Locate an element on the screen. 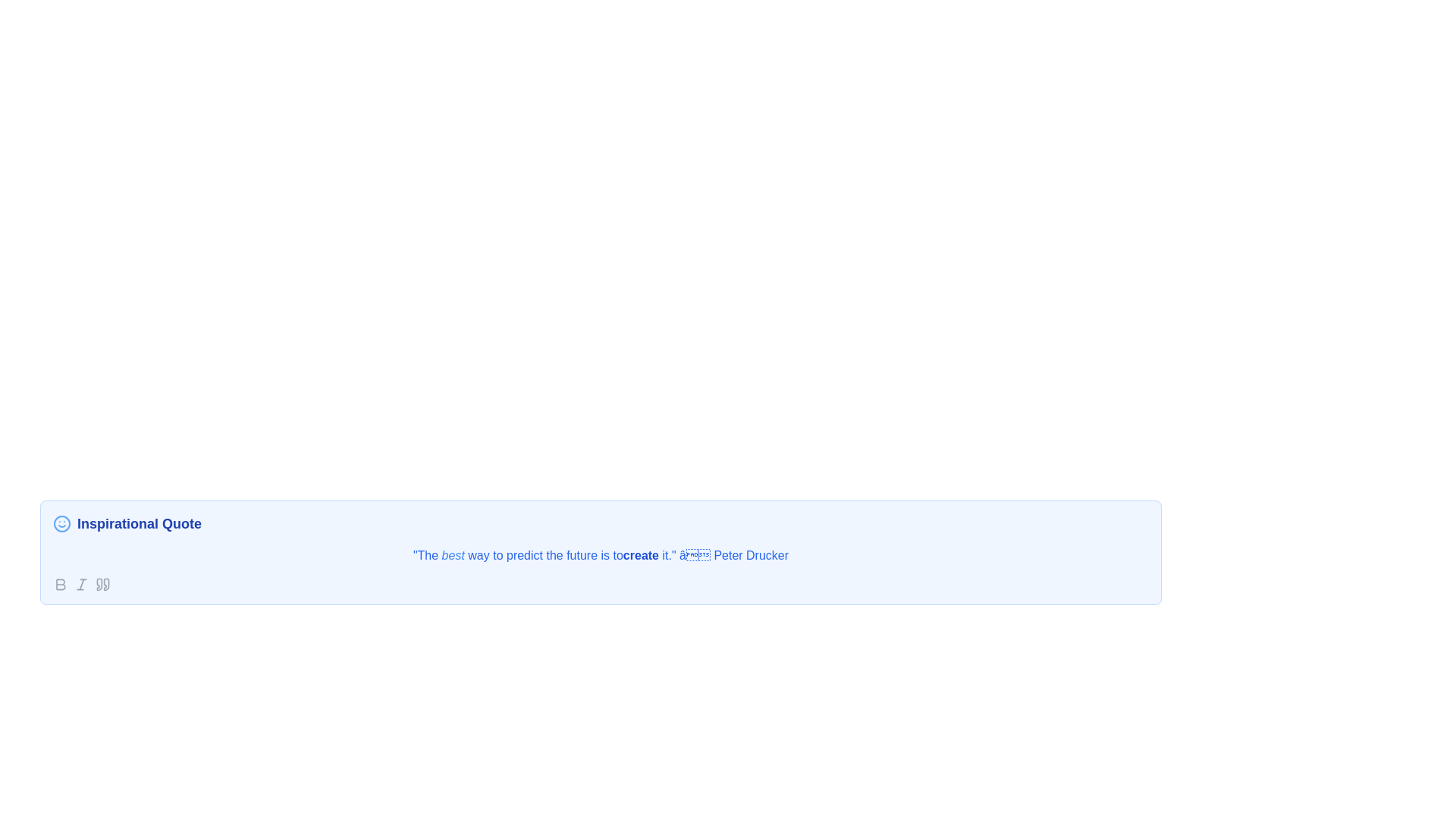 Image resolution: width=1456 pixels, height=819 pixels. the quotation formatting icon button located to the right of the italic button is located at coordinates (102, 584).